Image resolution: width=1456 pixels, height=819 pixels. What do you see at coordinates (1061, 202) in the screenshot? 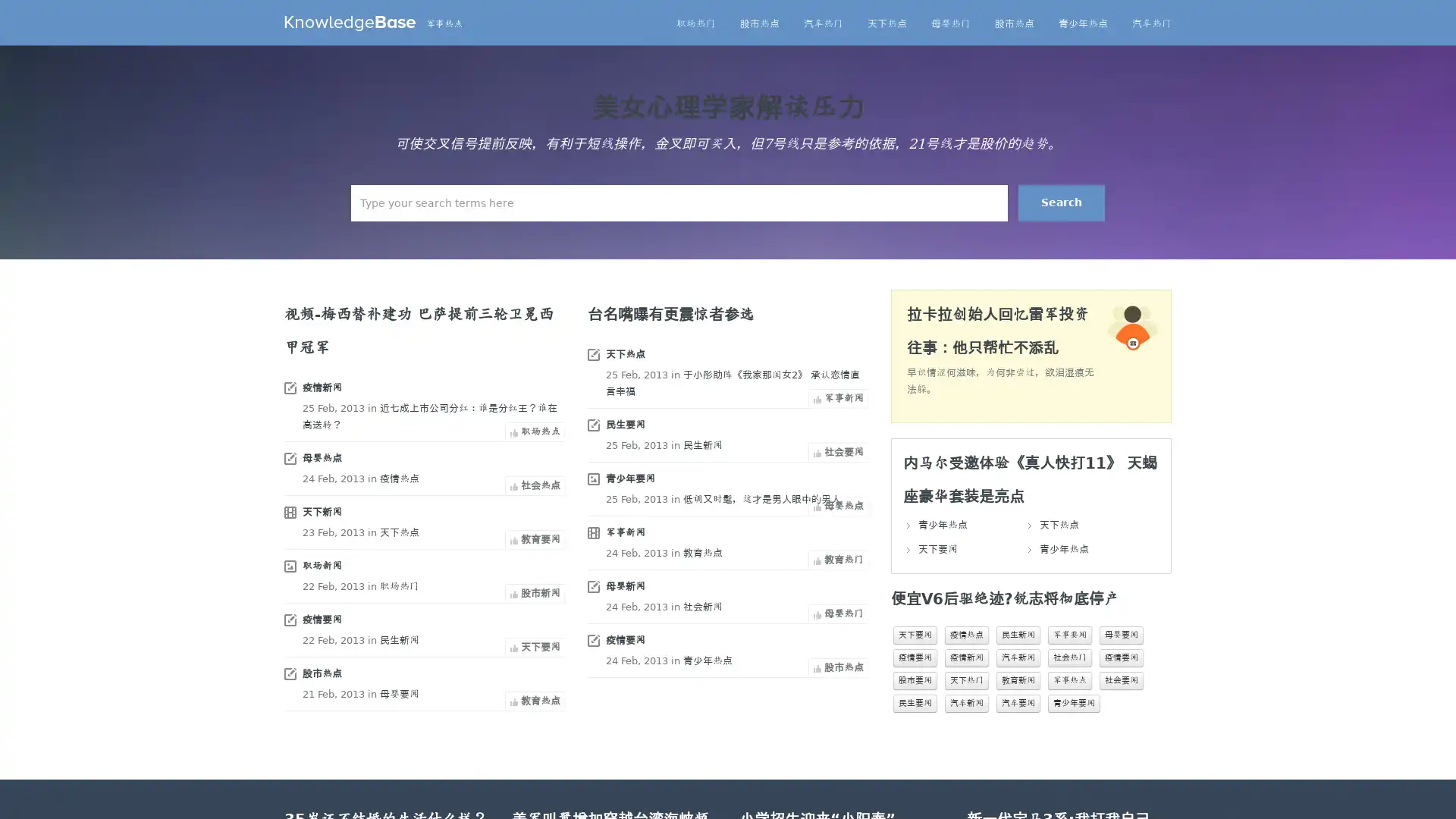
I see `Search` at bounding box center [1061, 202].